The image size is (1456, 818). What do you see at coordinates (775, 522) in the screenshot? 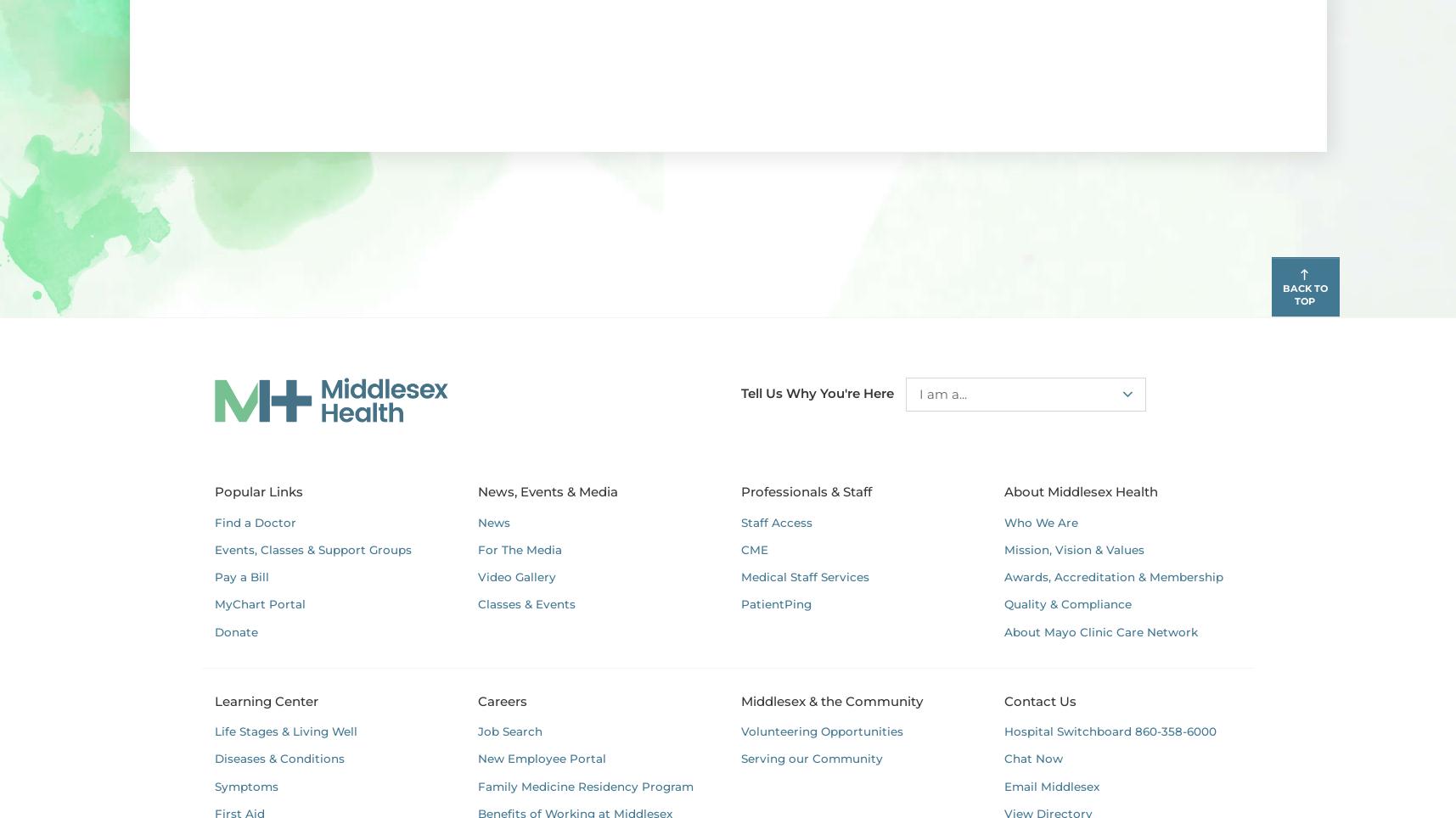
I see `'Staff Access'` at bounding box center [775, 522].